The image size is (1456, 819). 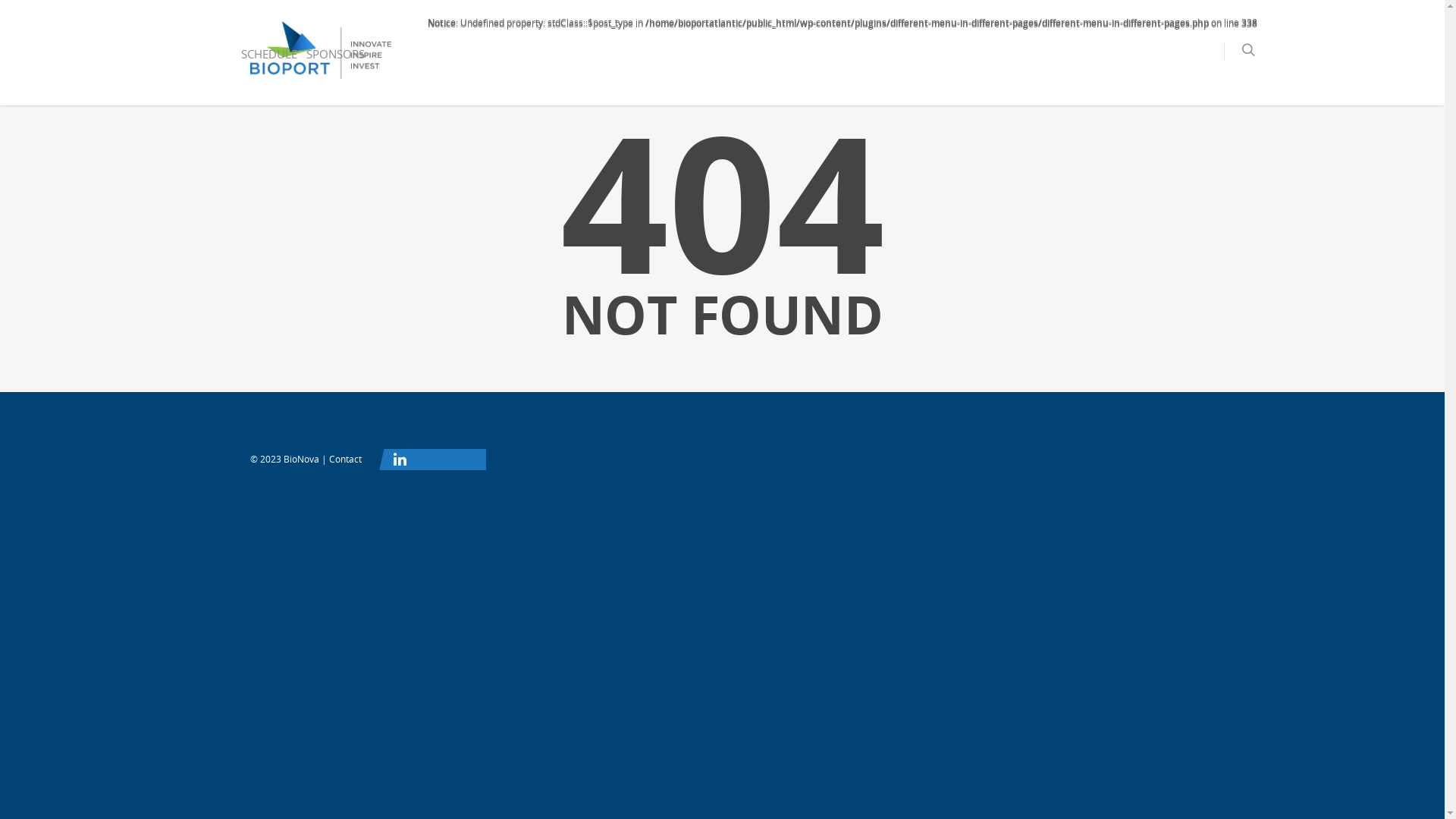 I want to click on 'Contact', so click(x=344, y=458).